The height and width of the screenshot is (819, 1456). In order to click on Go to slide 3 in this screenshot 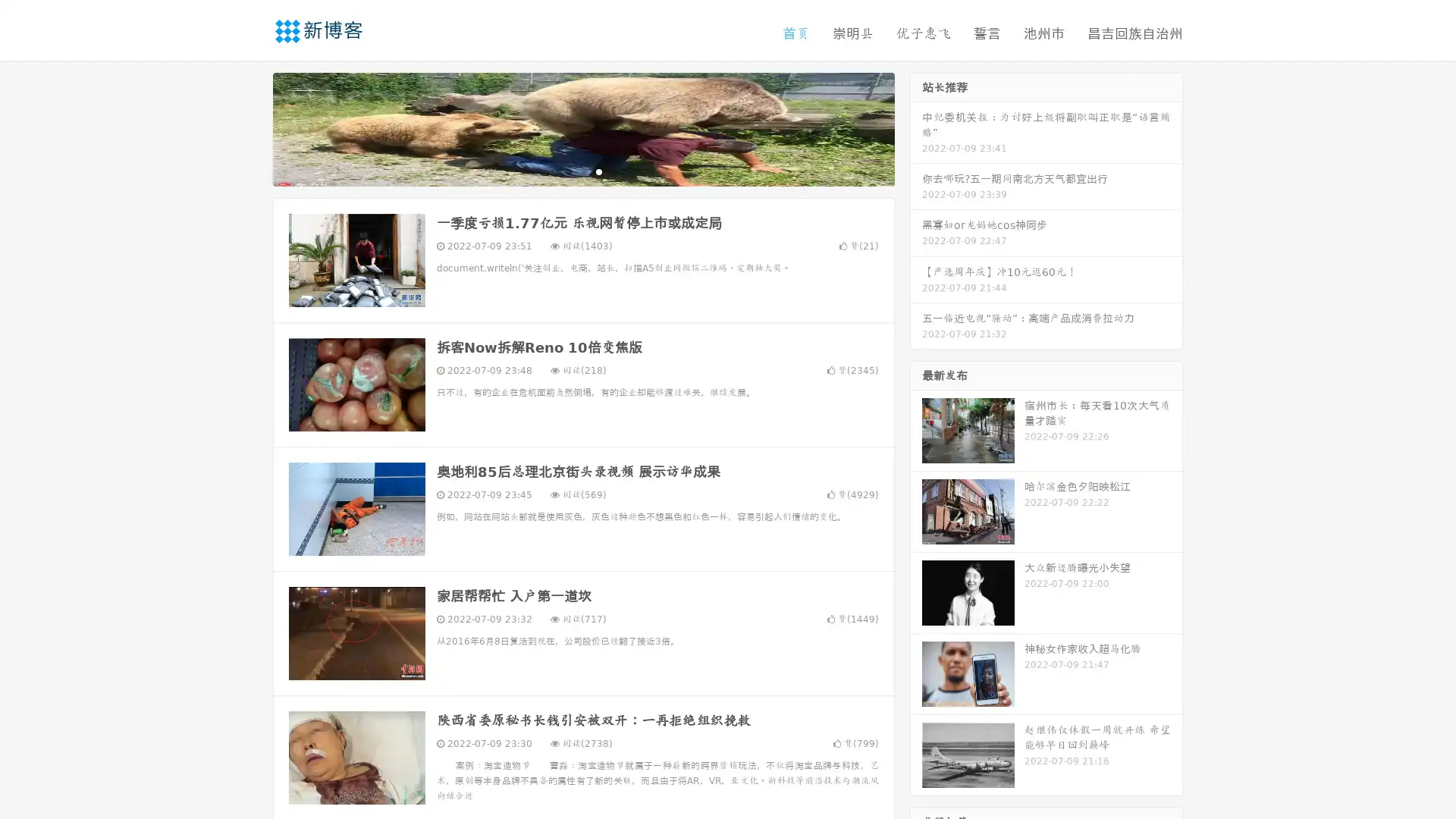, I will do `click(598, 171)`.